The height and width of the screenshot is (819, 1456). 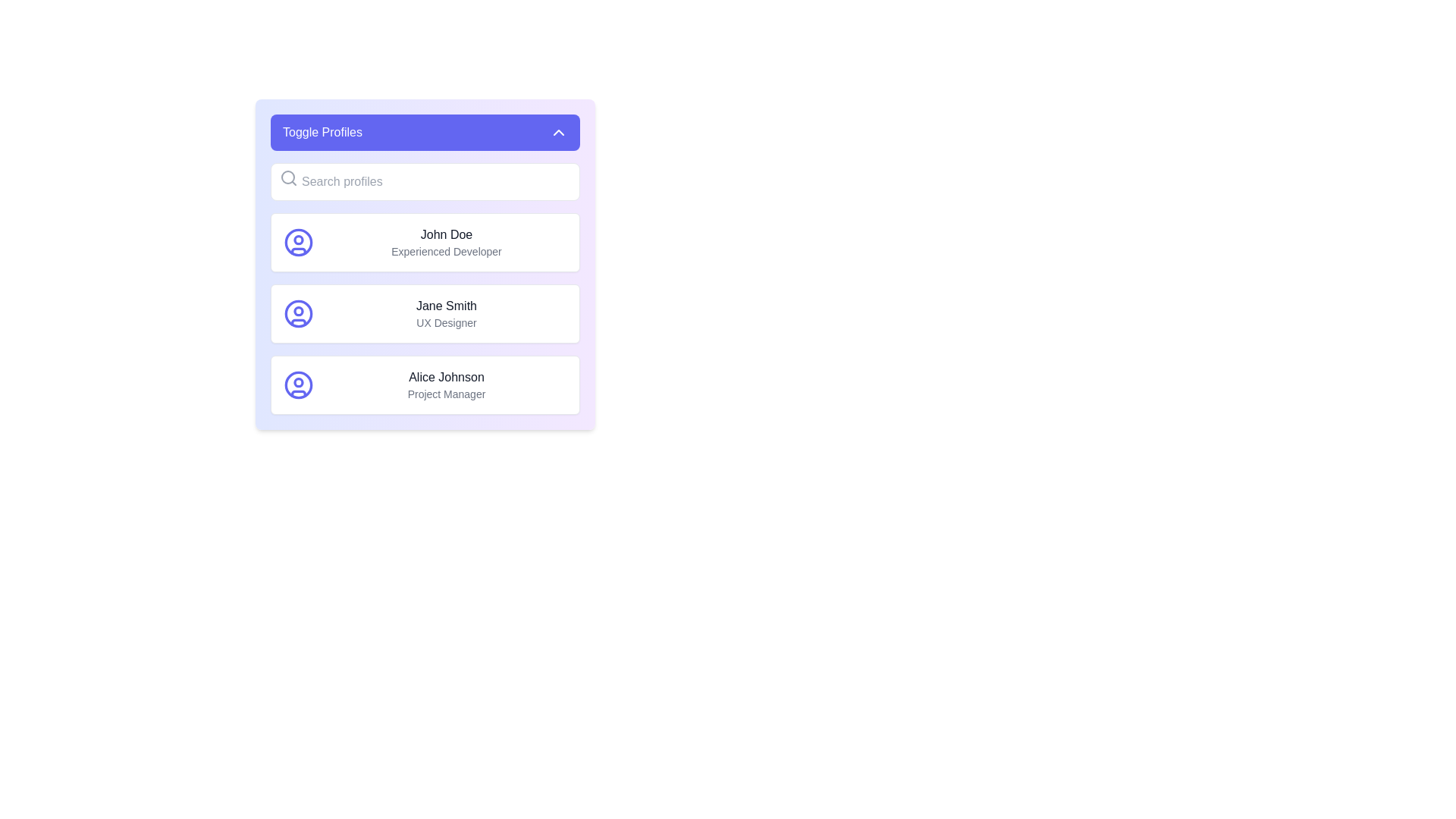 I want to click on the text label stating 'UX Designer' that is positioned below the name 'Jane Smith' within the profile card, so click(x=446, y=322).